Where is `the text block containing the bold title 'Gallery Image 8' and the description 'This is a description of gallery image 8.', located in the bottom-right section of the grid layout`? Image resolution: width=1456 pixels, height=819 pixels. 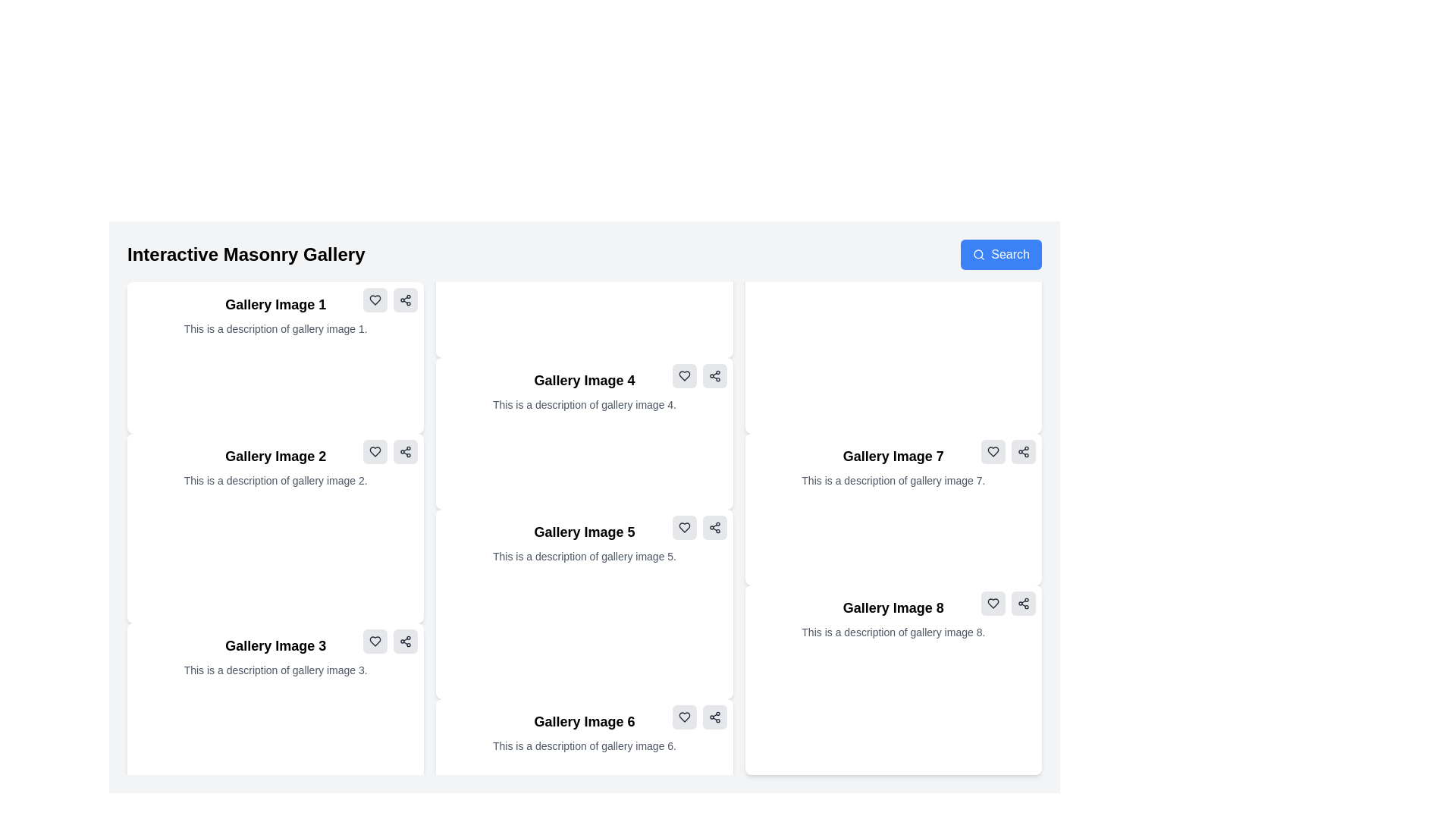
the text block containing the bold title 'Gallery Image 8' and the description 'This is a description of gallery image 8.', located in the bottom-right section of the grid layout is located at coordinates (893, 619).